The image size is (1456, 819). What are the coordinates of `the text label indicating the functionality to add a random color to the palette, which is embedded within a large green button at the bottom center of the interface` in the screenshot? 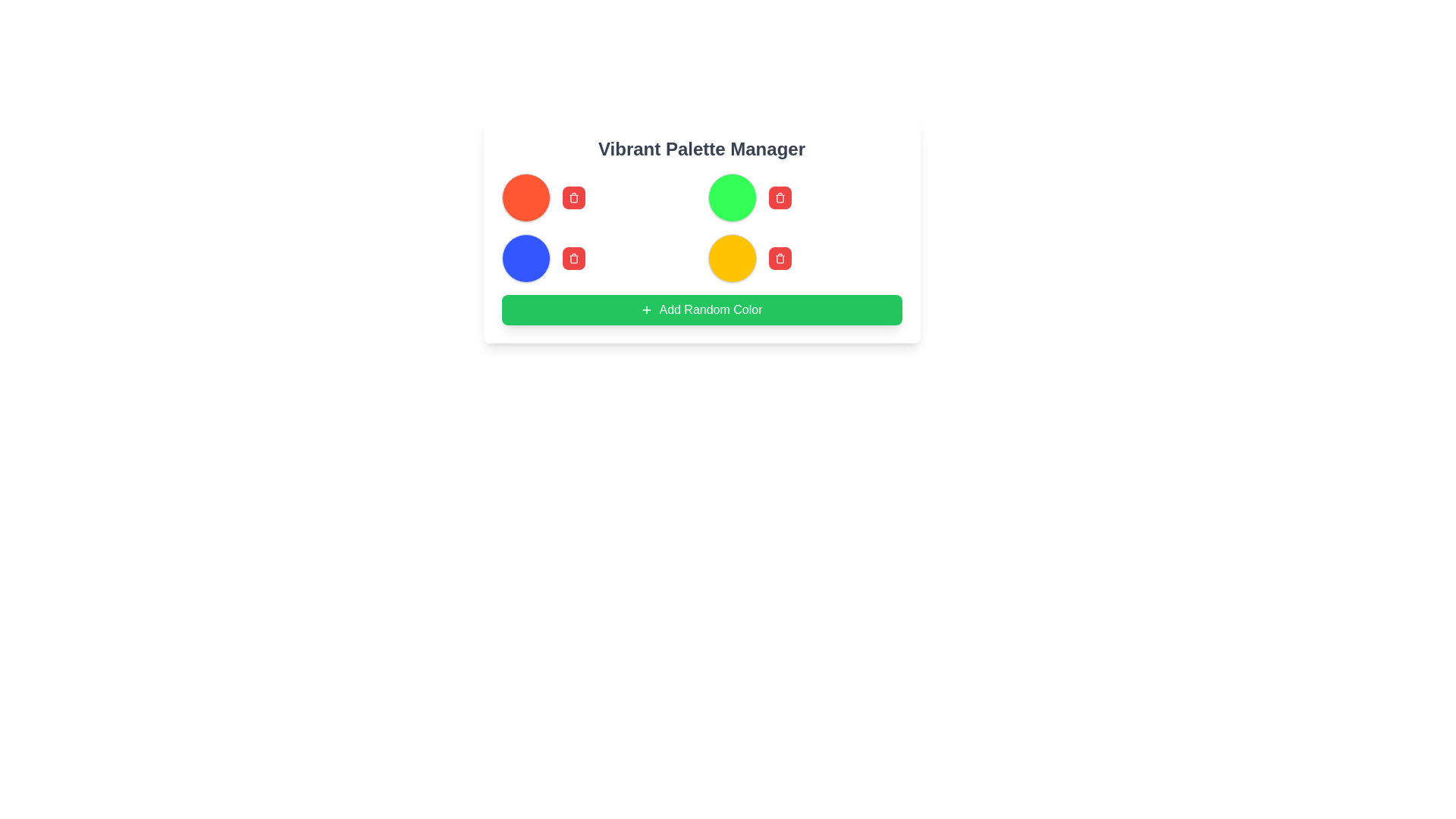 It's located at (710, 309).